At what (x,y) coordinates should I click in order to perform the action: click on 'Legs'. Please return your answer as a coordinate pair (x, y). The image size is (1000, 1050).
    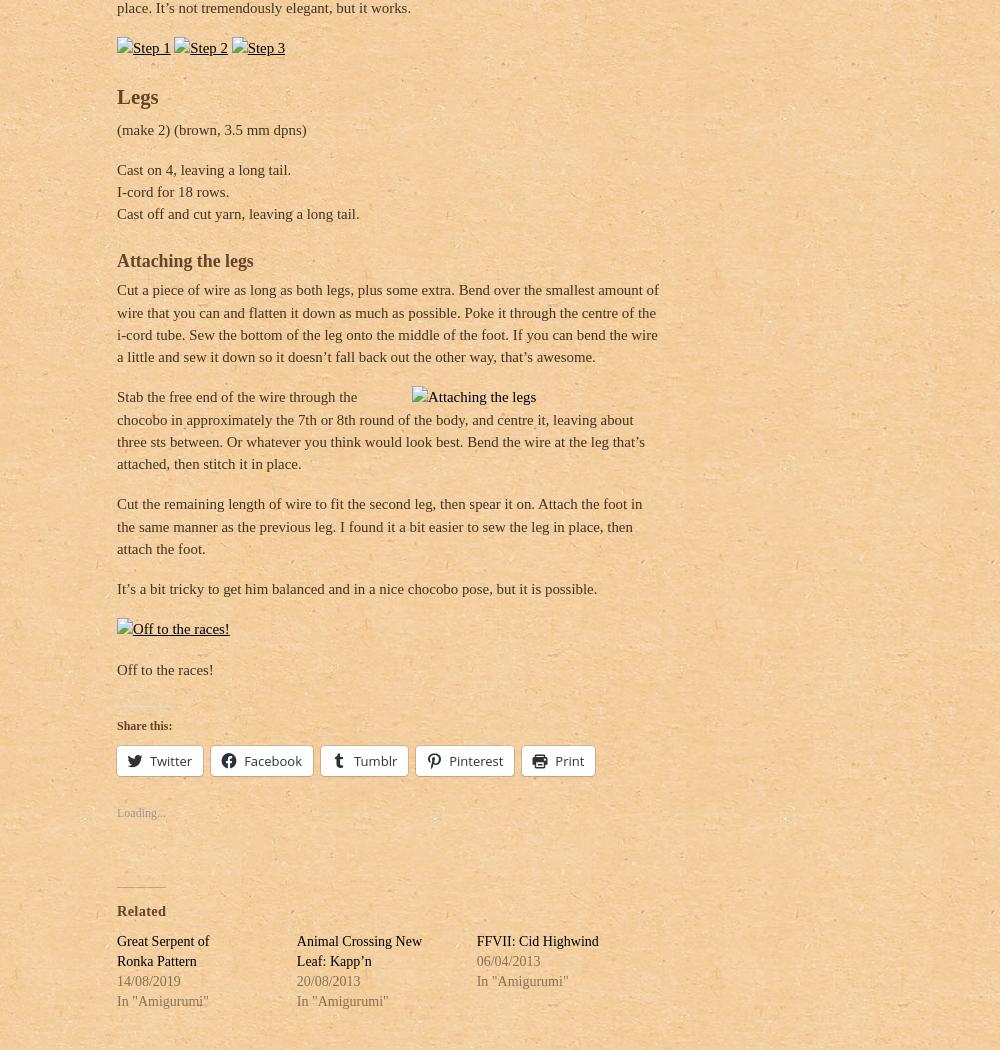
    Looking at the image, I should click on (116, 95).